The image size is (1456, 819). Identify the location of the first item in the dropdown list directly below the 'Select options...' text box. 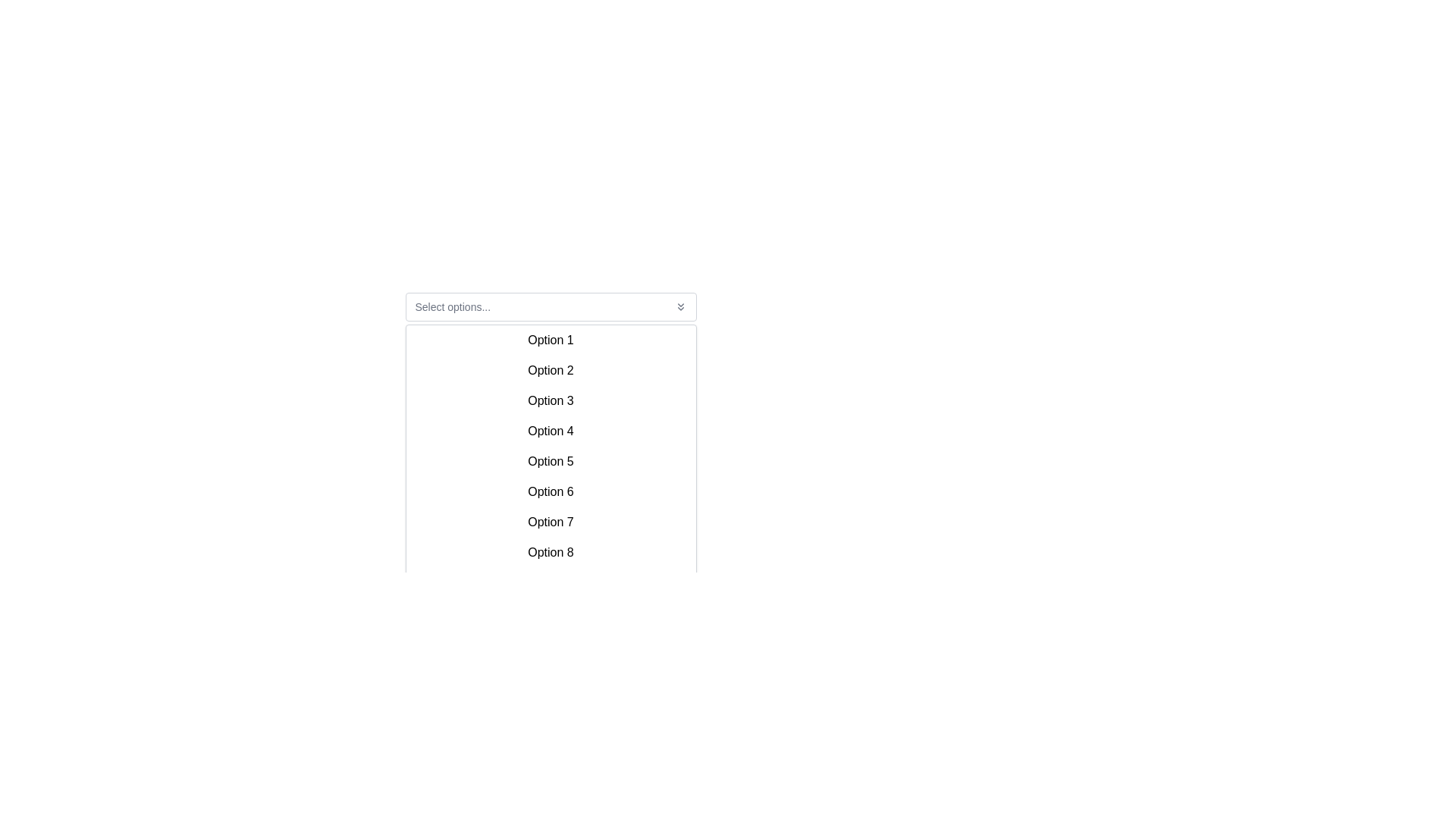
(550, 339).